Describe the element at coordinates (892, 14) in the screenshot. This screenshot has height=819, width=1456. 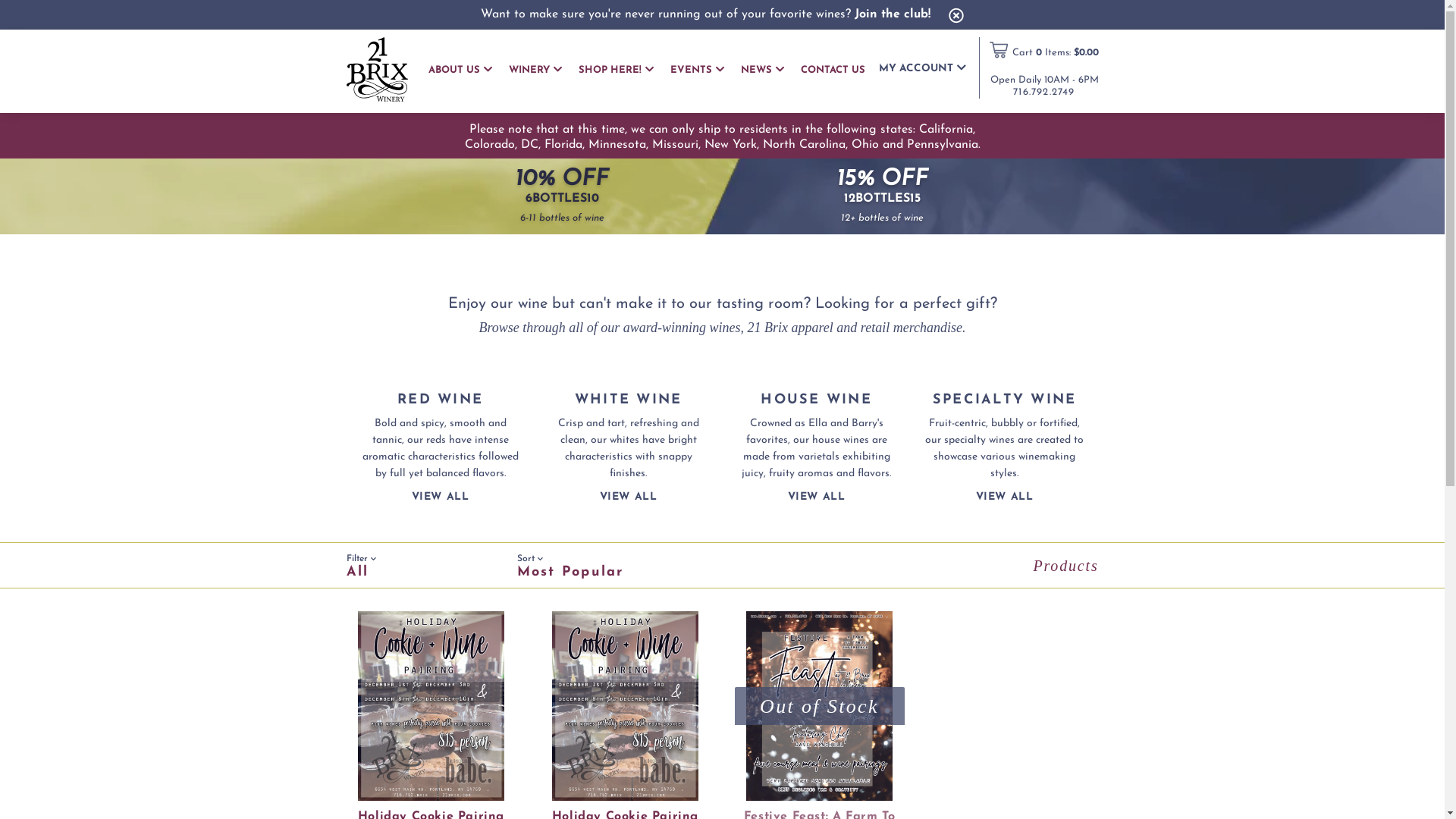
I see `'Join the club!'` at that location.